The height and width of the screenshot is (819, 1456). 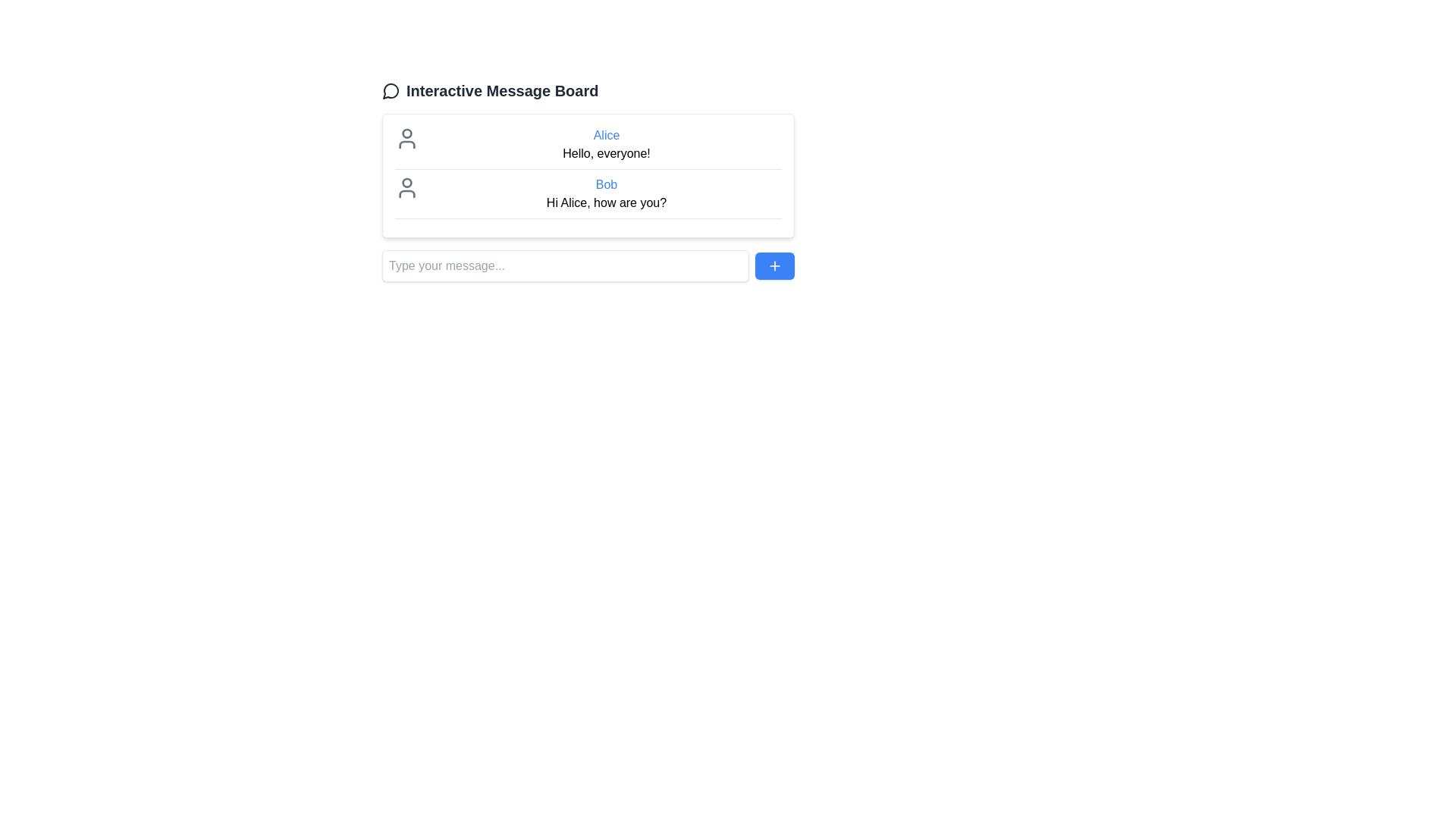 What do you see at coordinates (607, 202) in the screenshot?
I see `the text message 'Hi Alice, how are you?' displayed in plain text, located below the username 'Bob' in the chat interface` at bounding box center [607, 202].